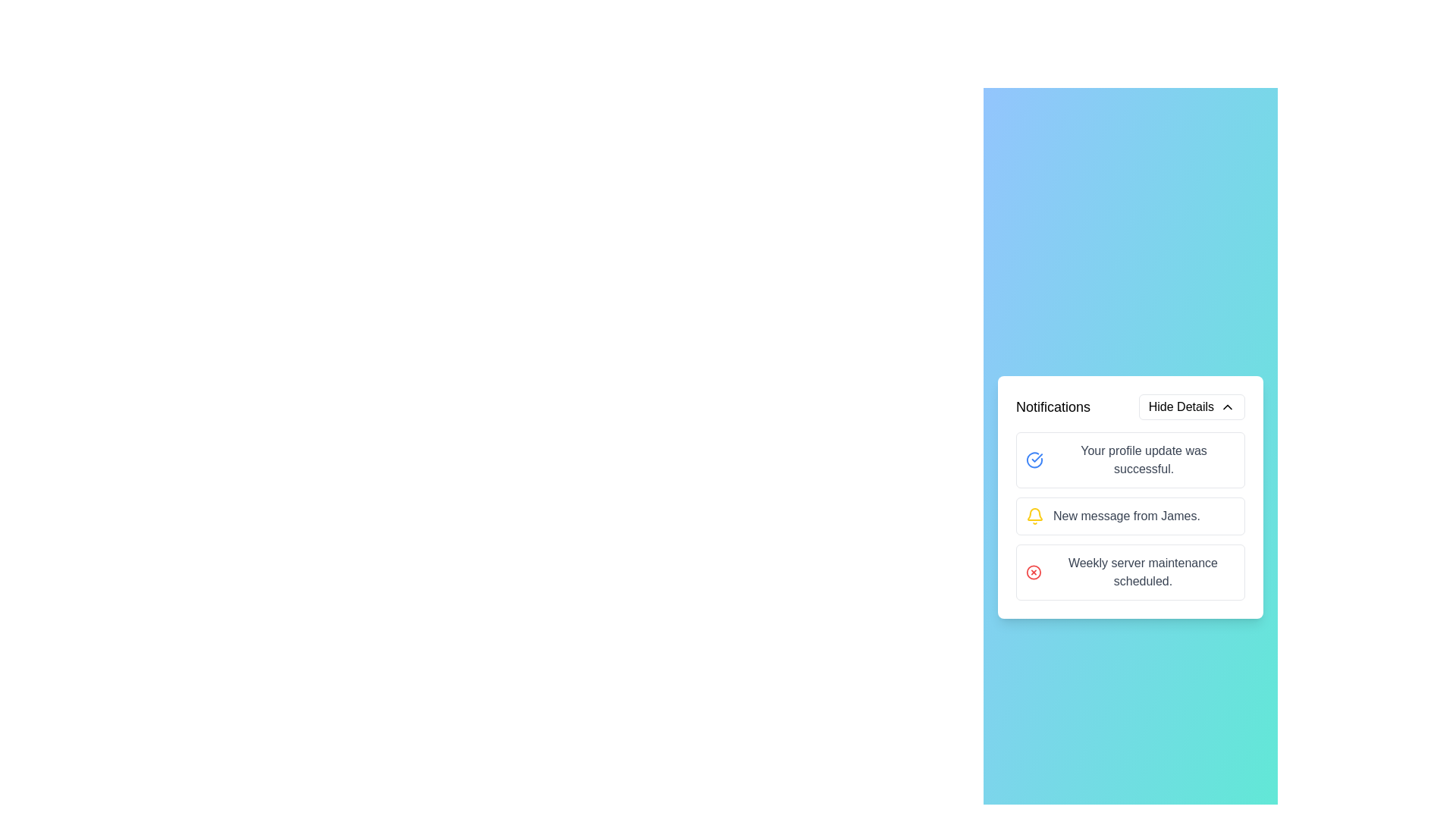 This screenshot has height=819, width=1456. Describe the element at coordinates (1131, 516) in the screenshot. I see `notification message from James, which is the second item in the notification list, located centrally within a white card` at that location.